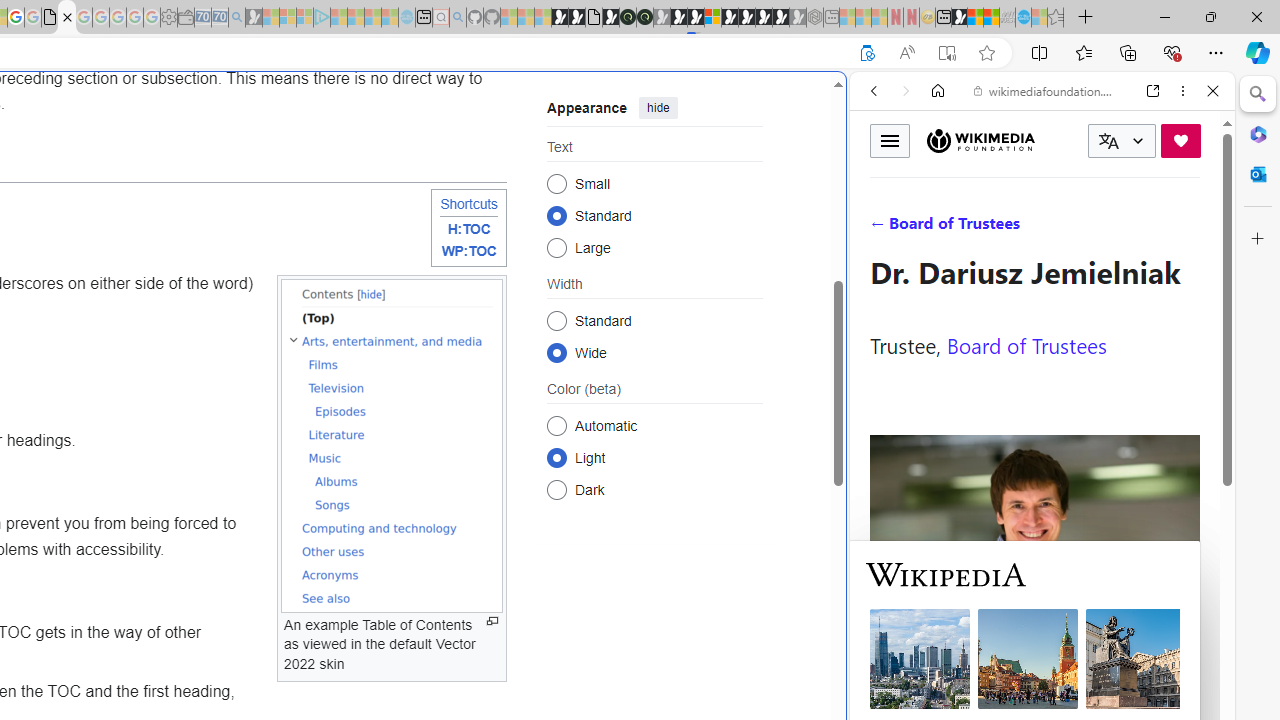 The image size is (1280, 720). Describe the element at coordinates (1108, 140) in the screenshot. I see `'Class: i icon icon-translate language-switcher__icon'` at that location.